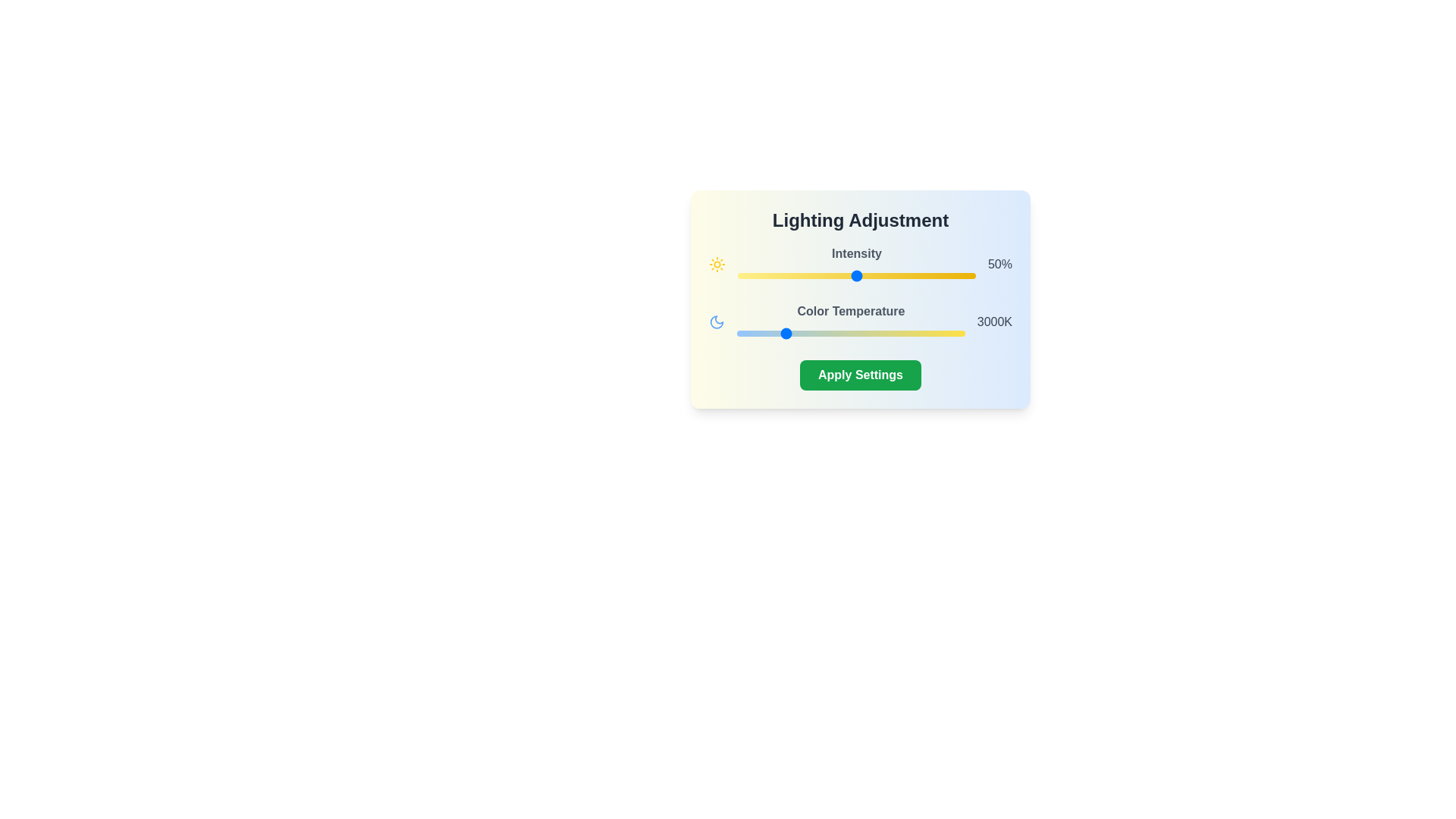  What do you see at coordinates (819, 332) in the screenshot?
I see `the color temperature slider to set it to 3826 Kelvin` at bounding box center [819, 332].